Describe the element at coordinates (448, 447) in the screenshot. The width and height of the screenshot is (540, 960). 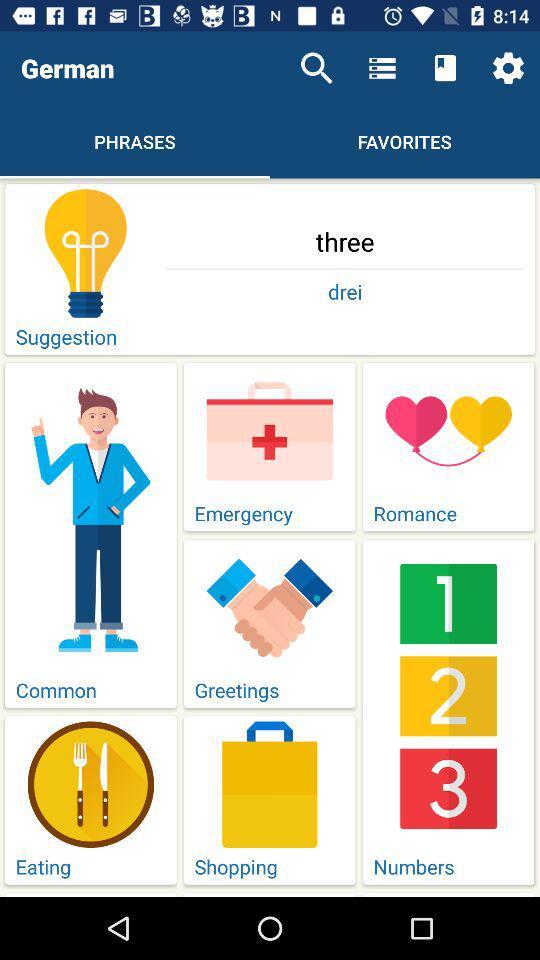
I see `the romance button` at that location.